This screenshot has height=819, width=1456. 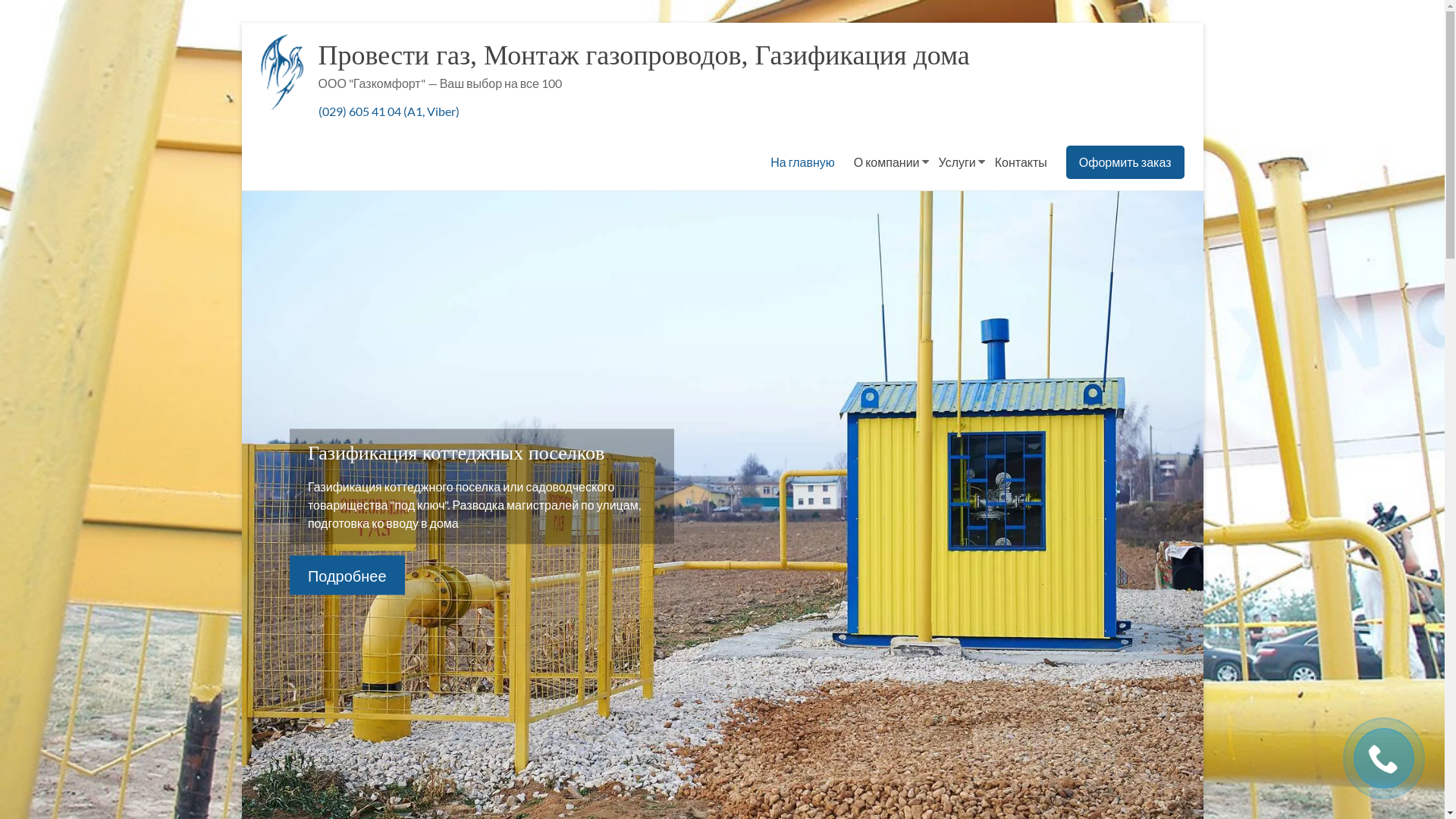 I want to click on '(029) 605 41 04 (A1, Viber)', so click(x=318, y=110).